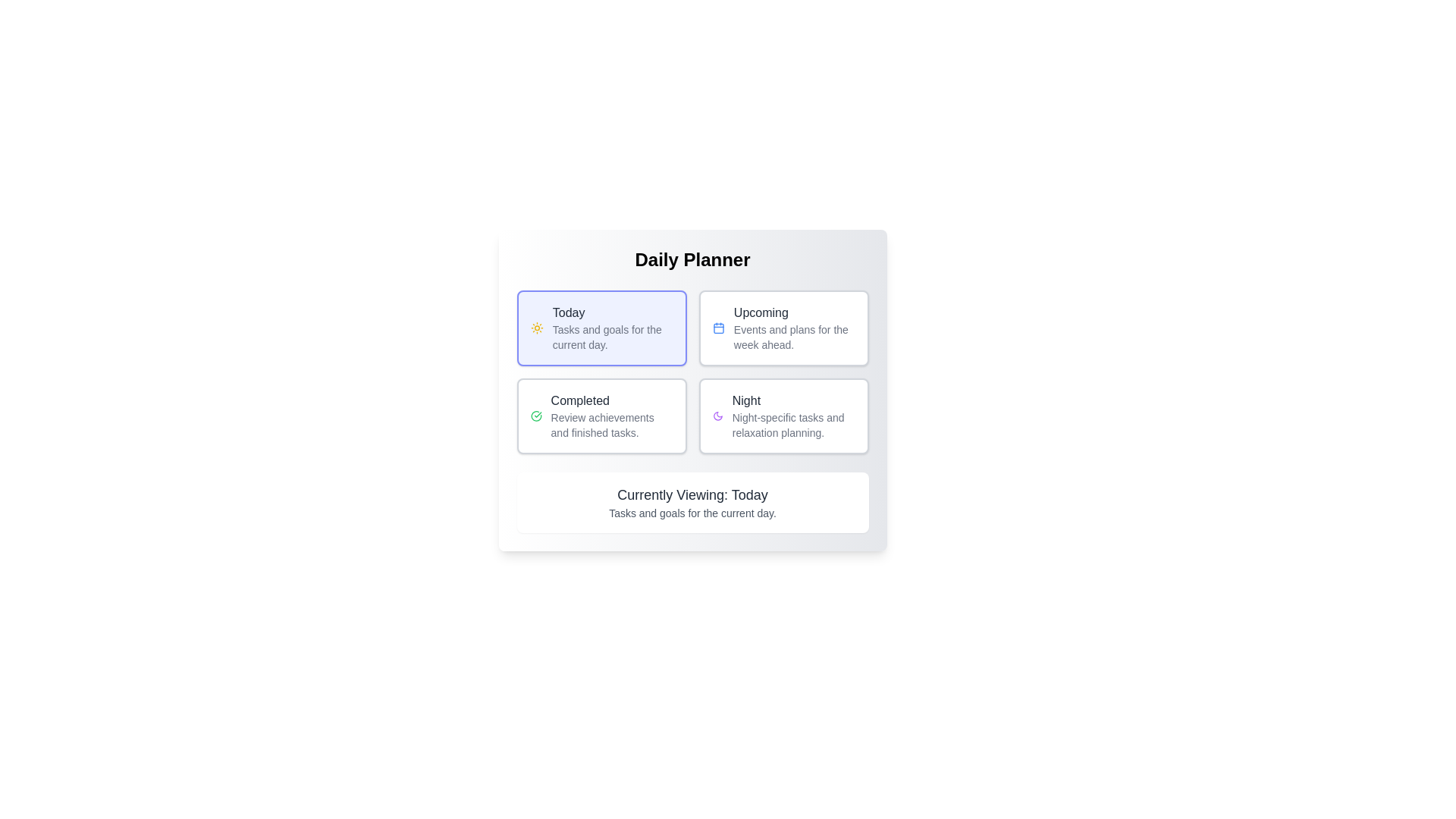  I want to click on the status indicator text block in the 'Daily Planner' interface that shows the current focus or tab, located at the lower part of the section and centered horizontally beneath the summary blocks, so click(692, 503).